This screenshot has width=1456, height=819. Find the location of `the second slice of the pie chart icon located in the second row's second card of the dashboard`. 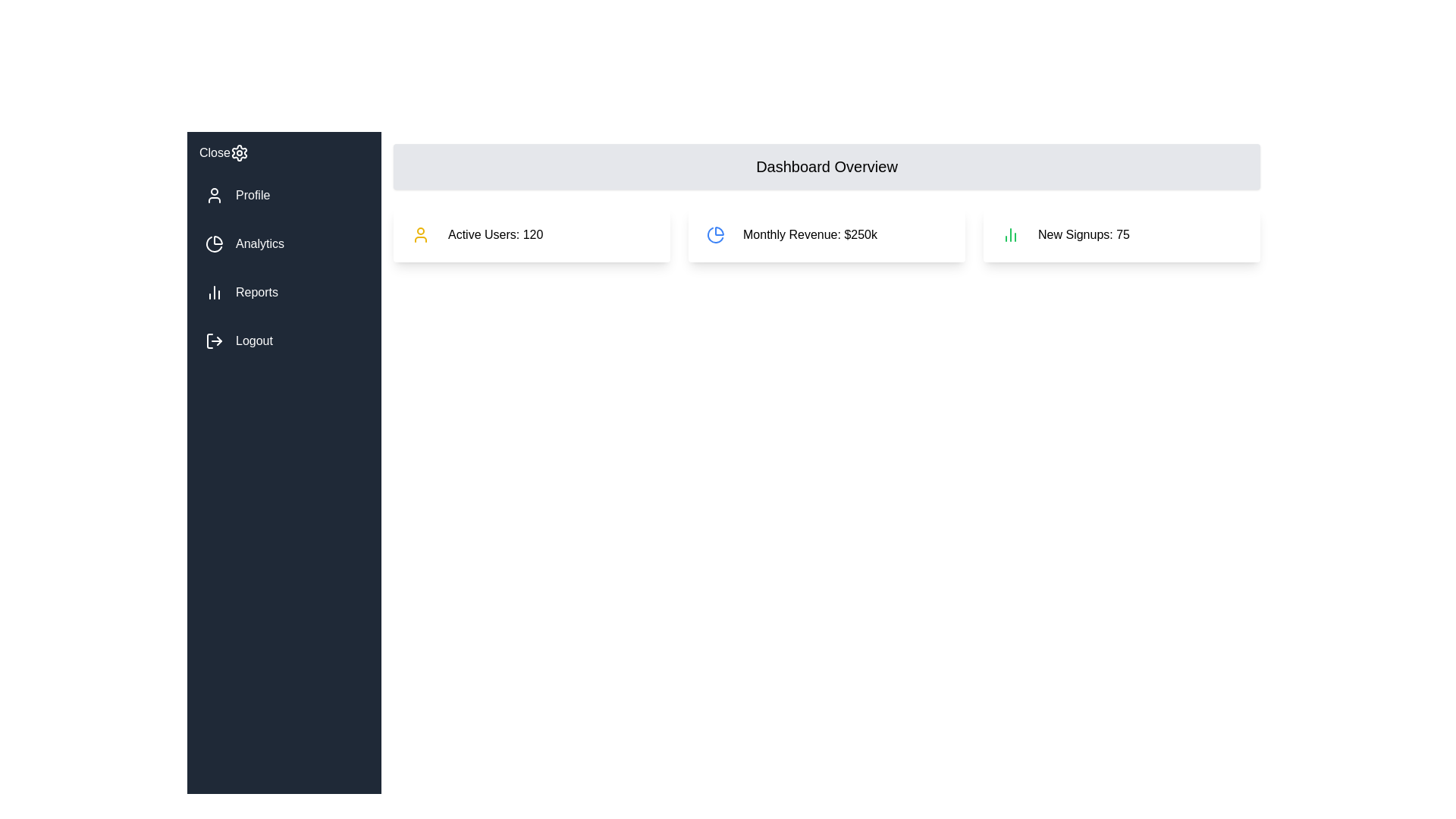

the second slice of the pie chart icon located in the second row's second card of the dashboard is located at coordinates (714, 235).